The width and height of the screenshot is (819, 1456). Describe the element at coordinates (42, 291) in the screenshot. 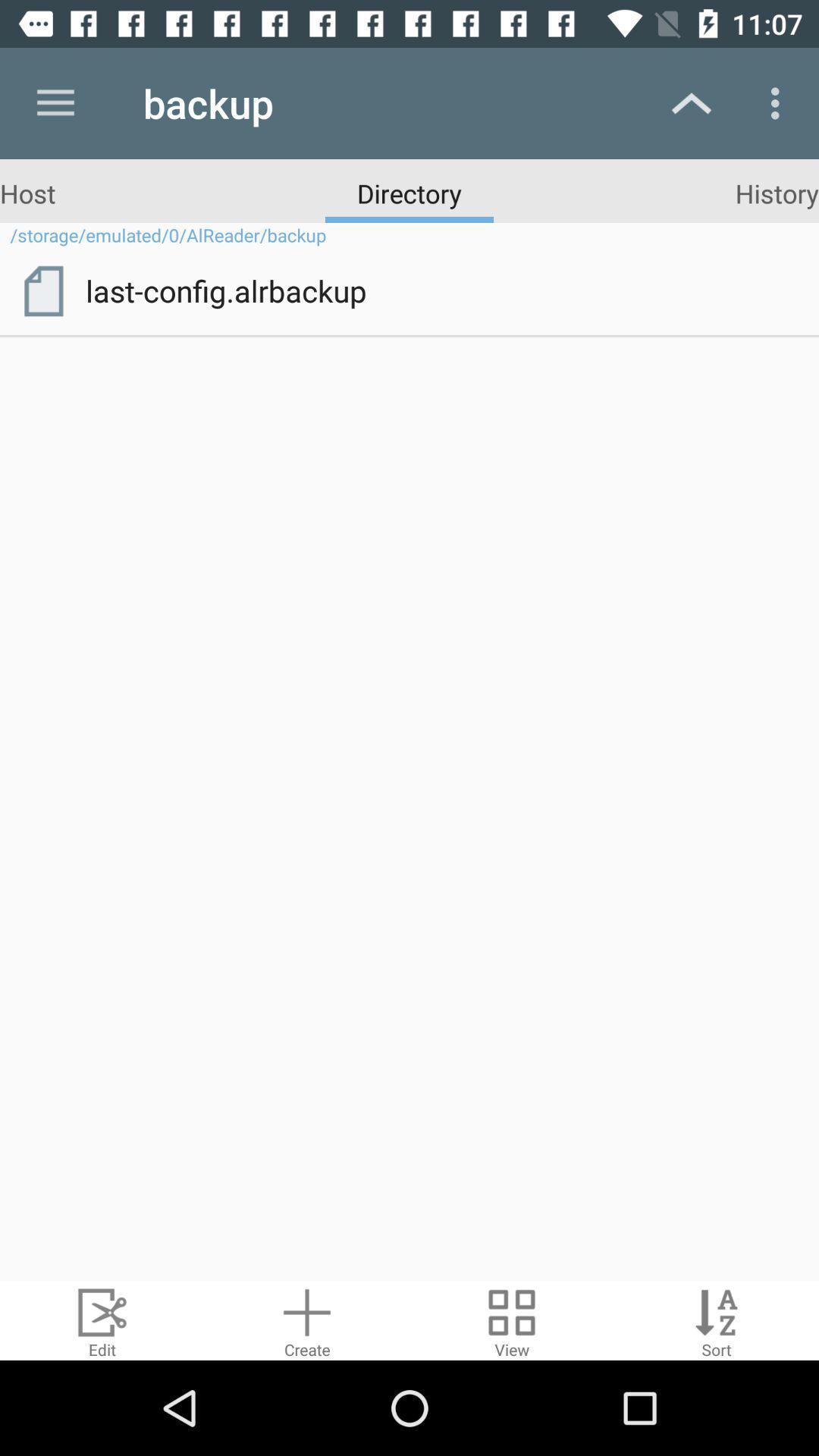

I see `item next to the last-config.alrbackup` at that location.